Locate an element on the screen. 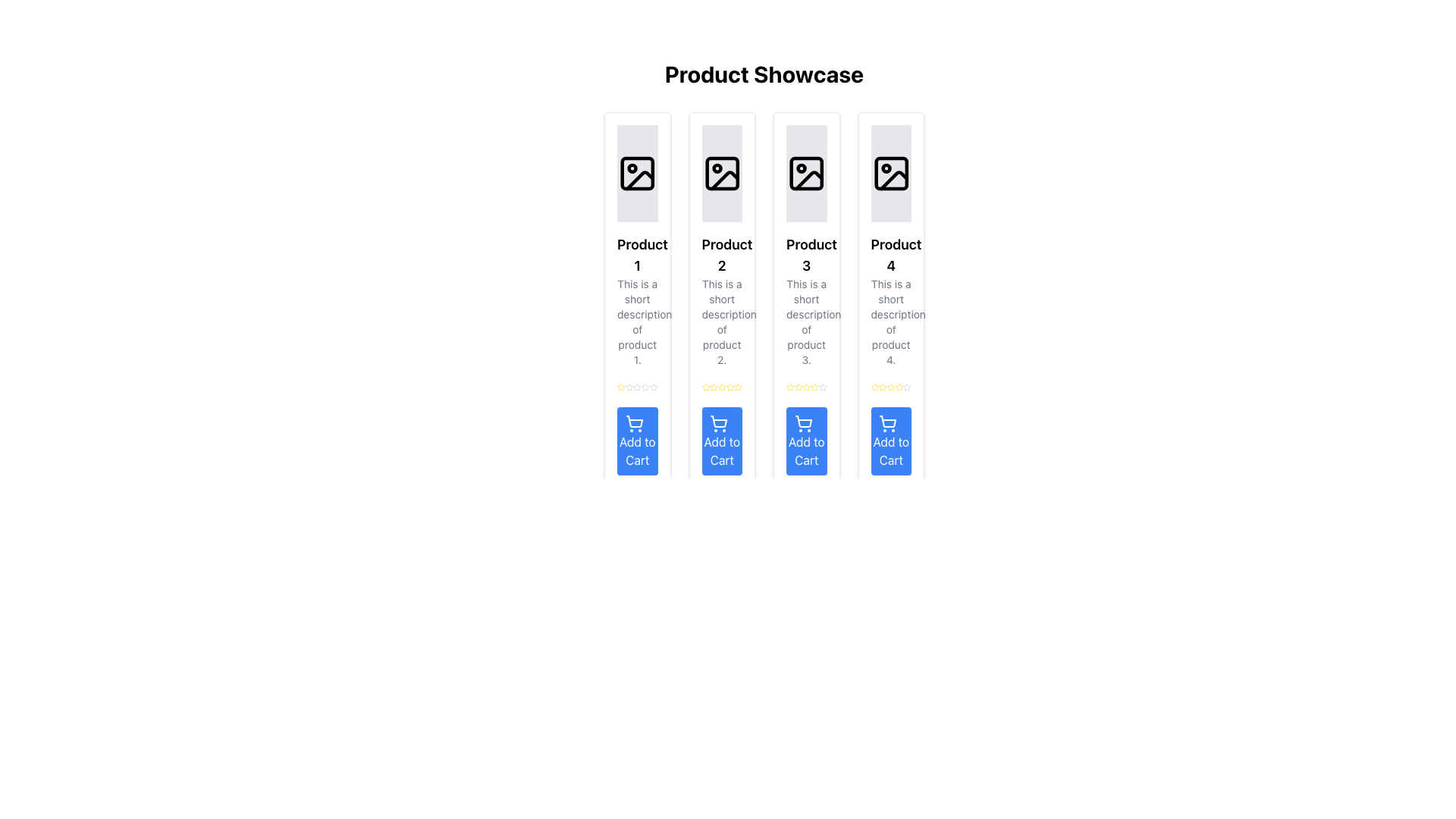  the yellow star-shaped SVG icon located in the fourth product card, situated below the product description and above the 'Add to Cart' button is located at coordinates (874, 386).